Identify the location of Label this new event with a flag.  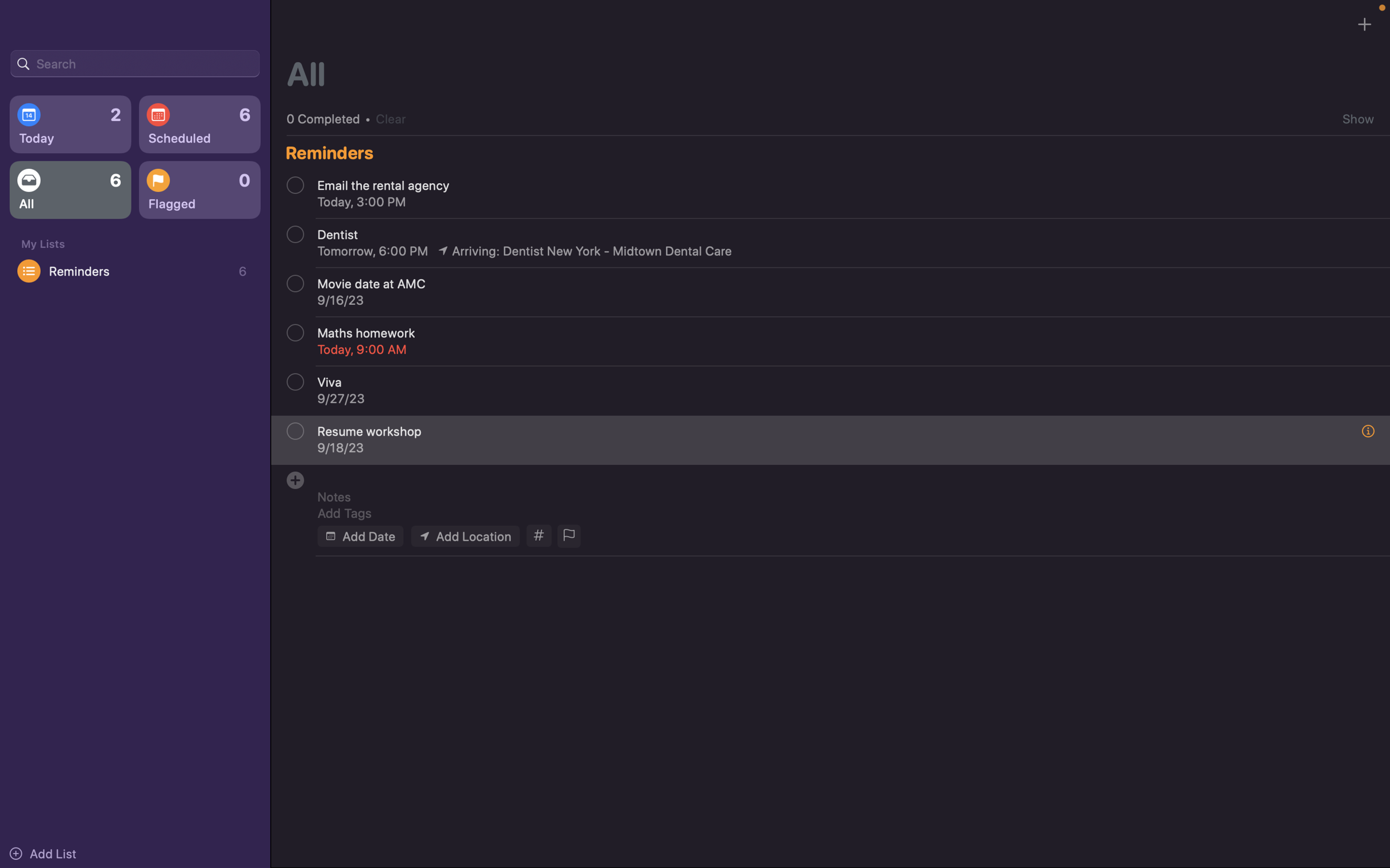
(567, 536).